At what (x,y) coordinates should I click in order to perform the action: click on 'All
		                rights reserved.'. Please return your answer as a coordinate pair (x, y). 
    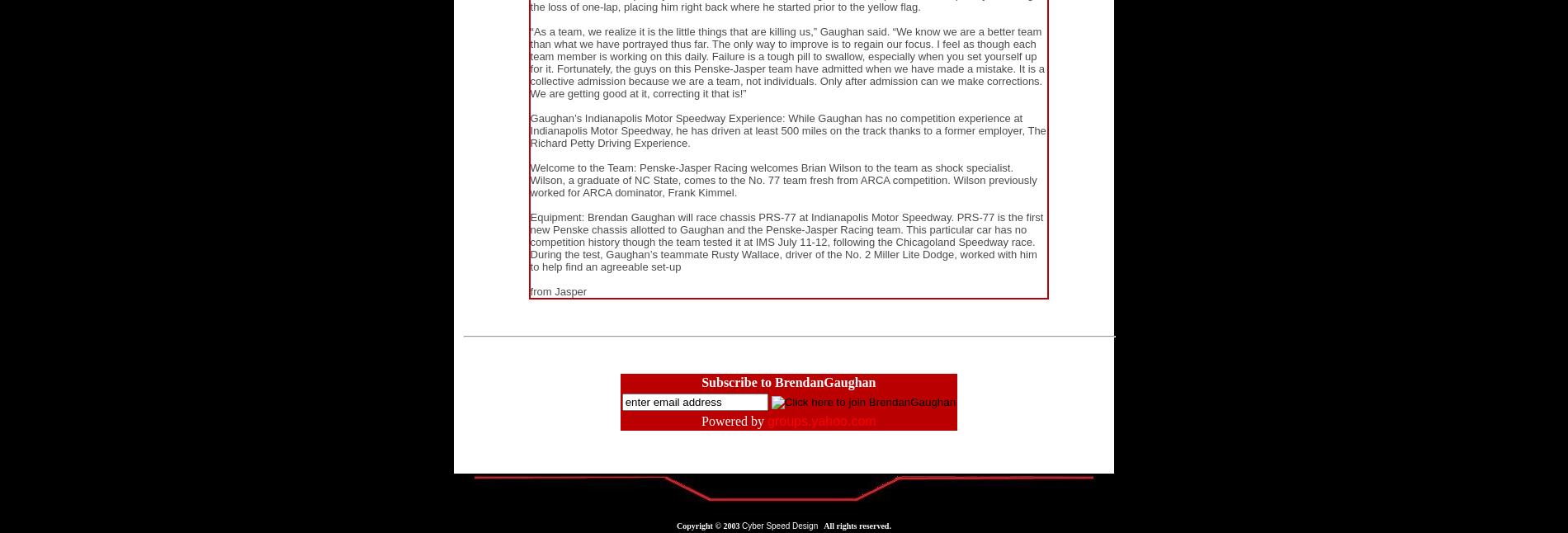
    Looking at the image, I should click on (853, 526).